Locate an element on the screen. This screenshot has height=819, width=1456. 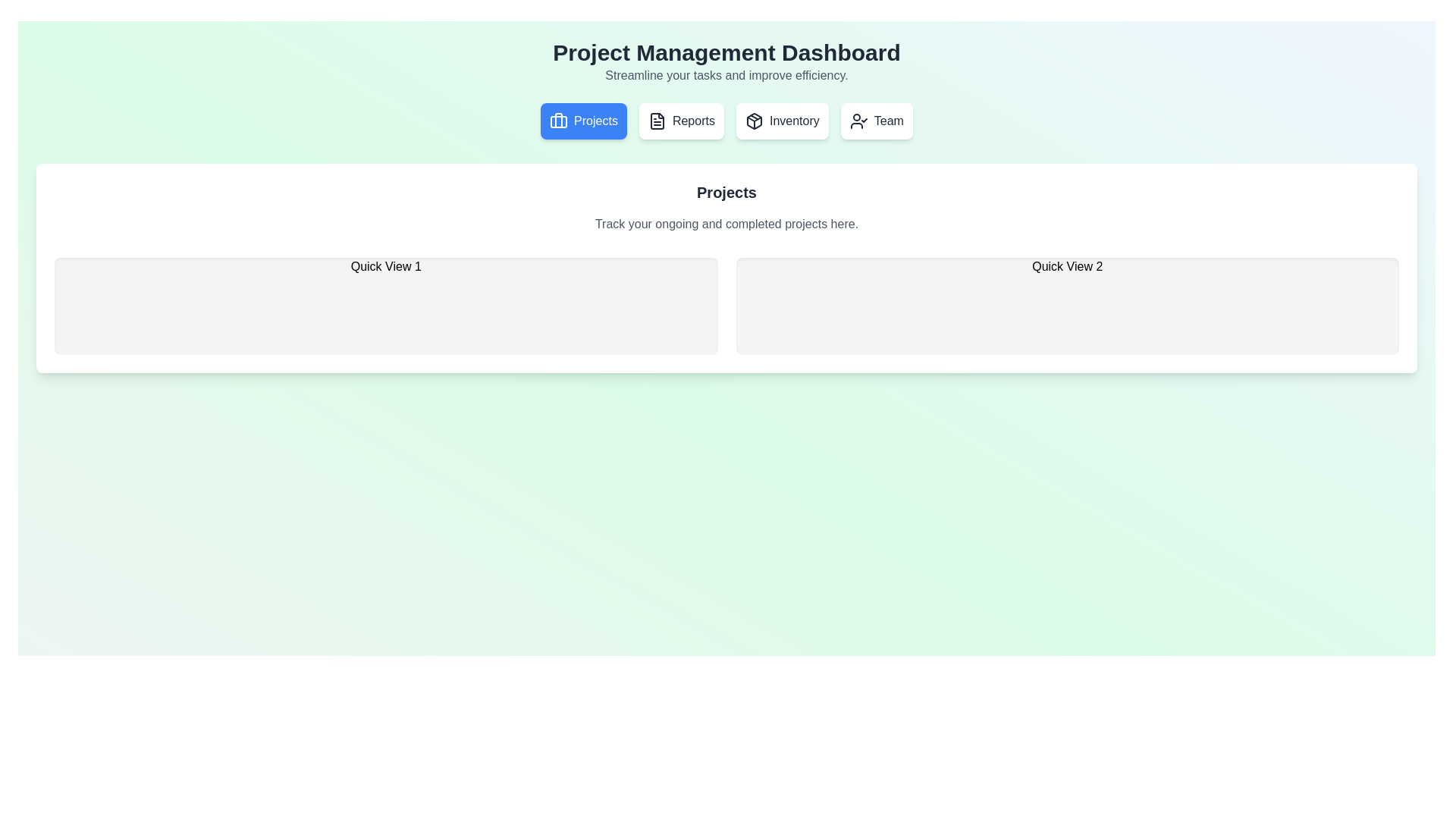
the 'Inventory' button in the navigation bar located below the 'Project Management Dashboard' is located at coordinates (782, 120).